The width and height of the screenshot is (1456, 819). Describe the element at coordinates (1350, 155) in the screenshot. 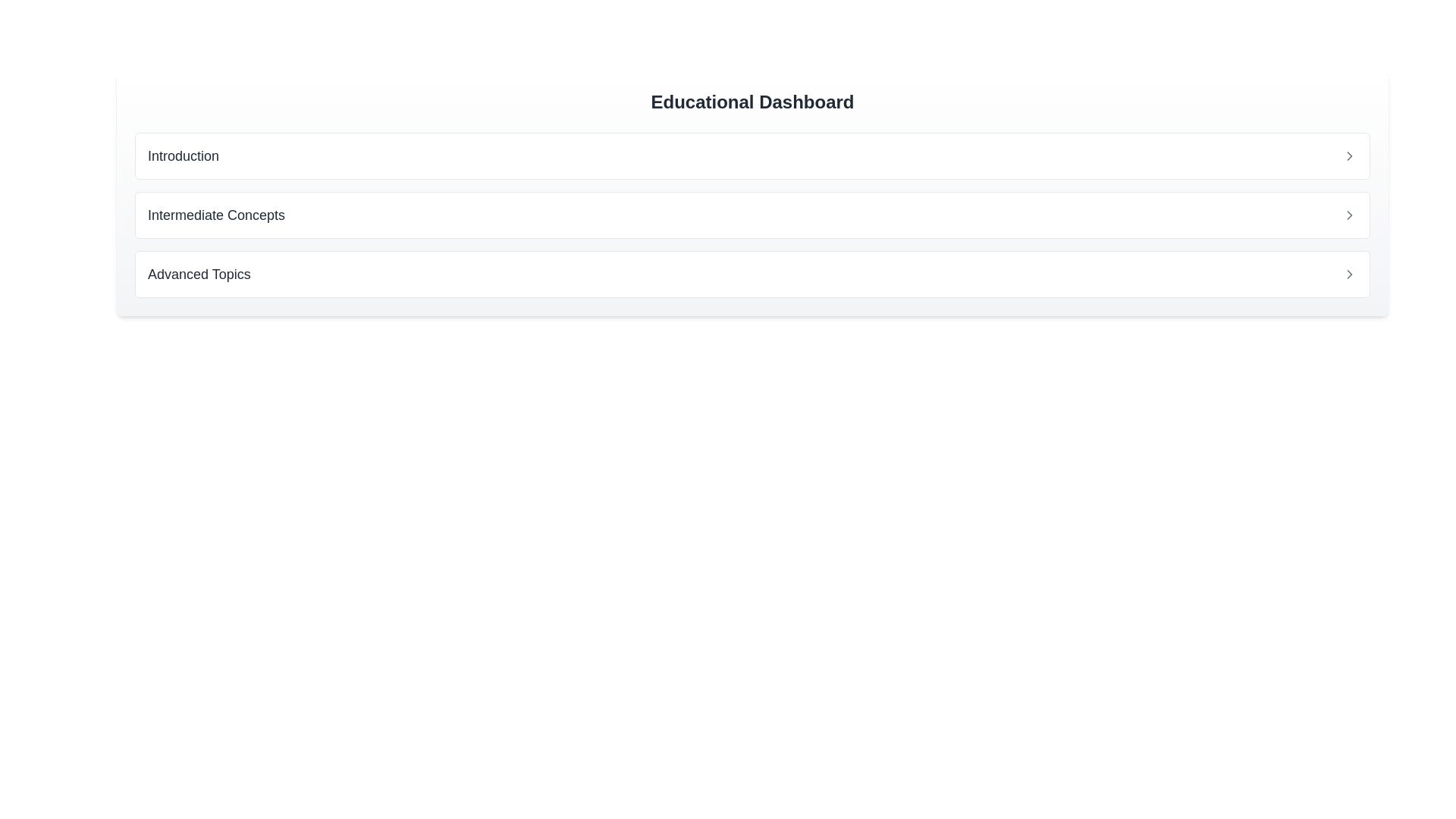

I see `the right-pointing chevron icon indicating navigation next to 'Introduction'` at that location.